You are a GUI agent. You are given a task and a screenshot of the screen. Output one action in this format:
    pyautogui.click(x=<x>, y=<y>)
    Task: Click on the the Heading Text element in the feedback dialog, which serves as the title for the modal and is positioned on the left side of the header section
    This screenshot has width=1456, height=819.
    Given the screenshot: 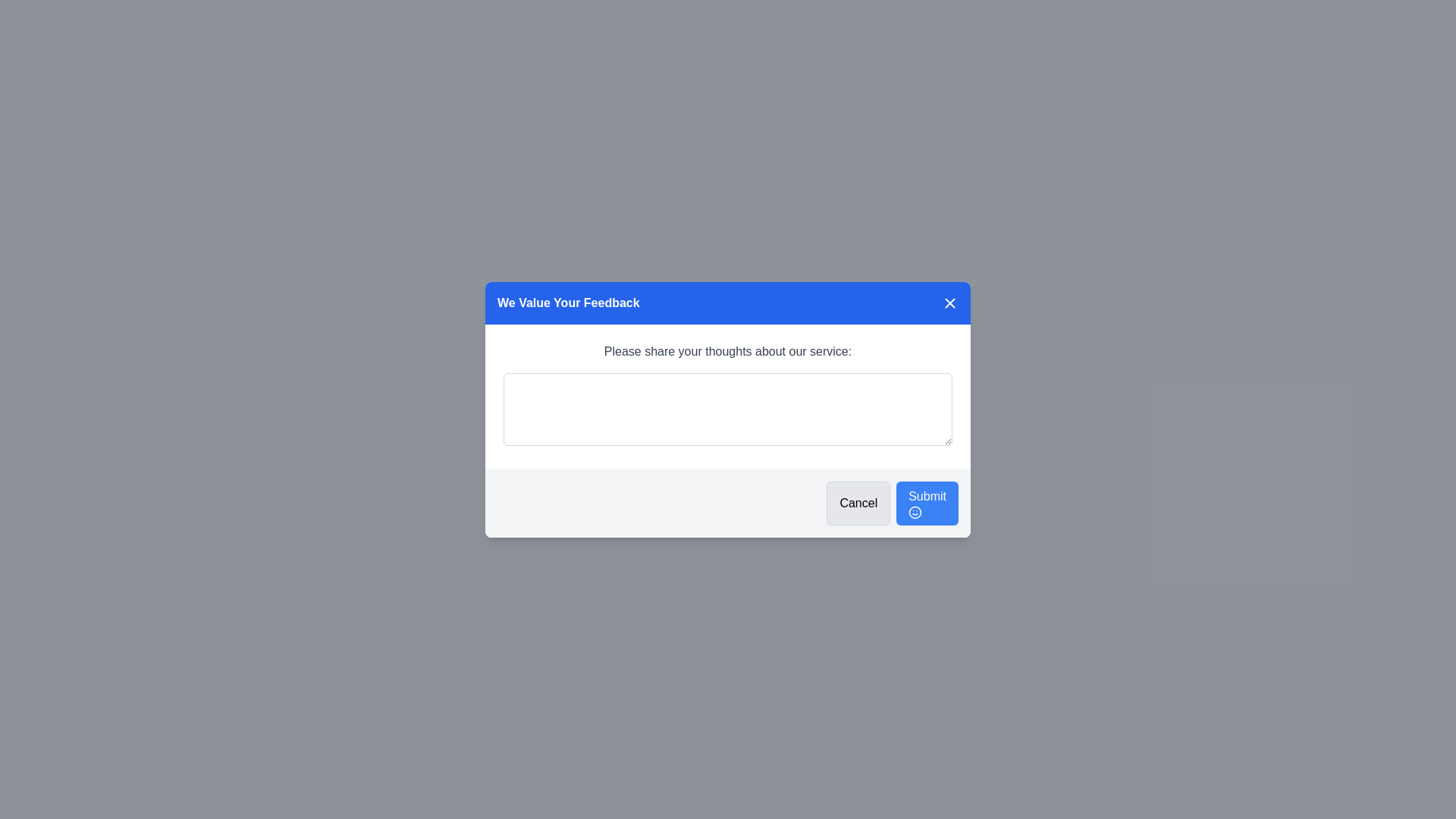 What is the action you would take?
    pyautogui.click(x=567, y=303)
    